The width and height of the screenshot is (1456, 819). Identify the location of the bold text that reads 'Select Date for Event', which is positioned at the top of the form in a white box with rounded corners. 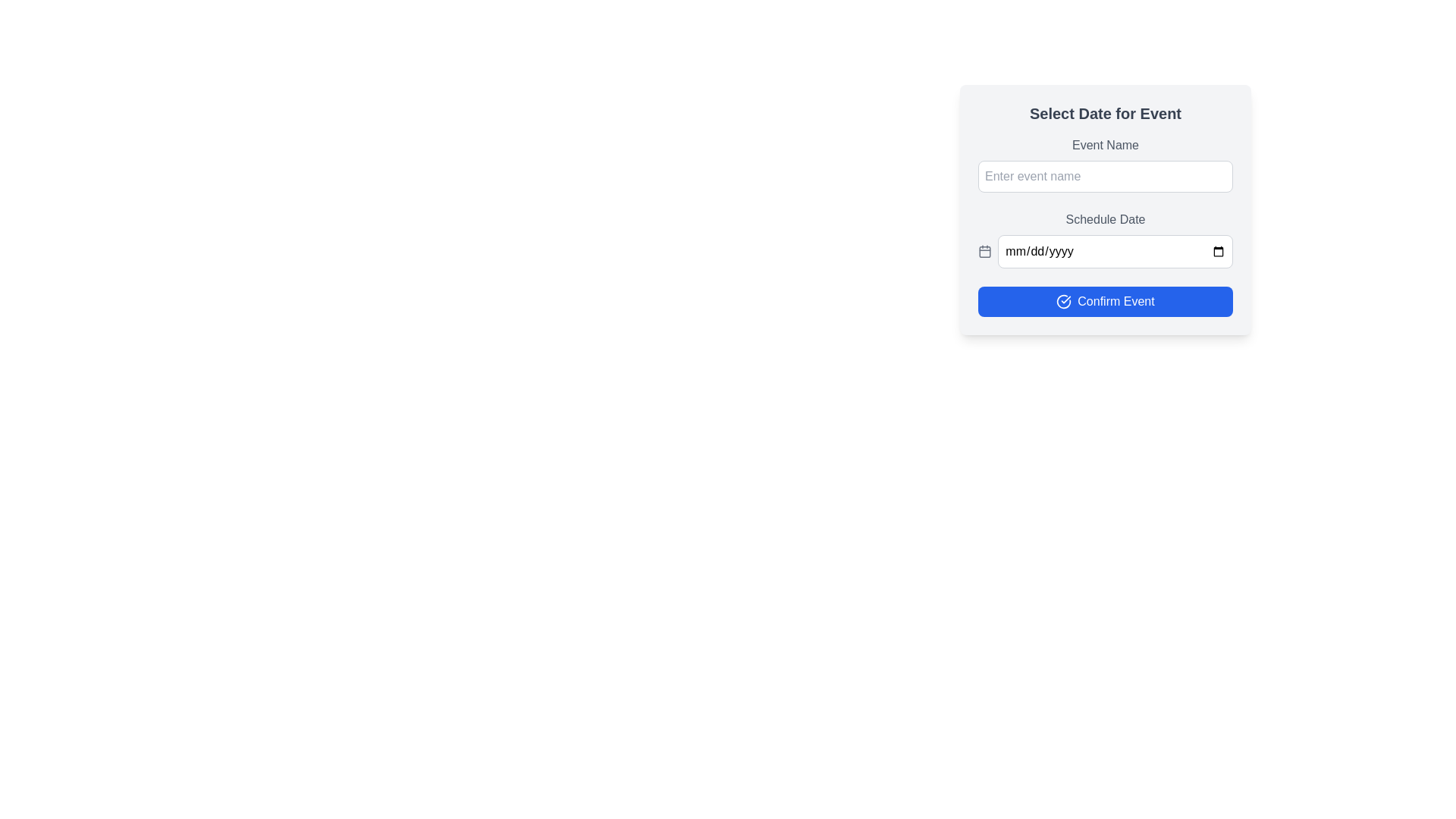
(1106, 113).